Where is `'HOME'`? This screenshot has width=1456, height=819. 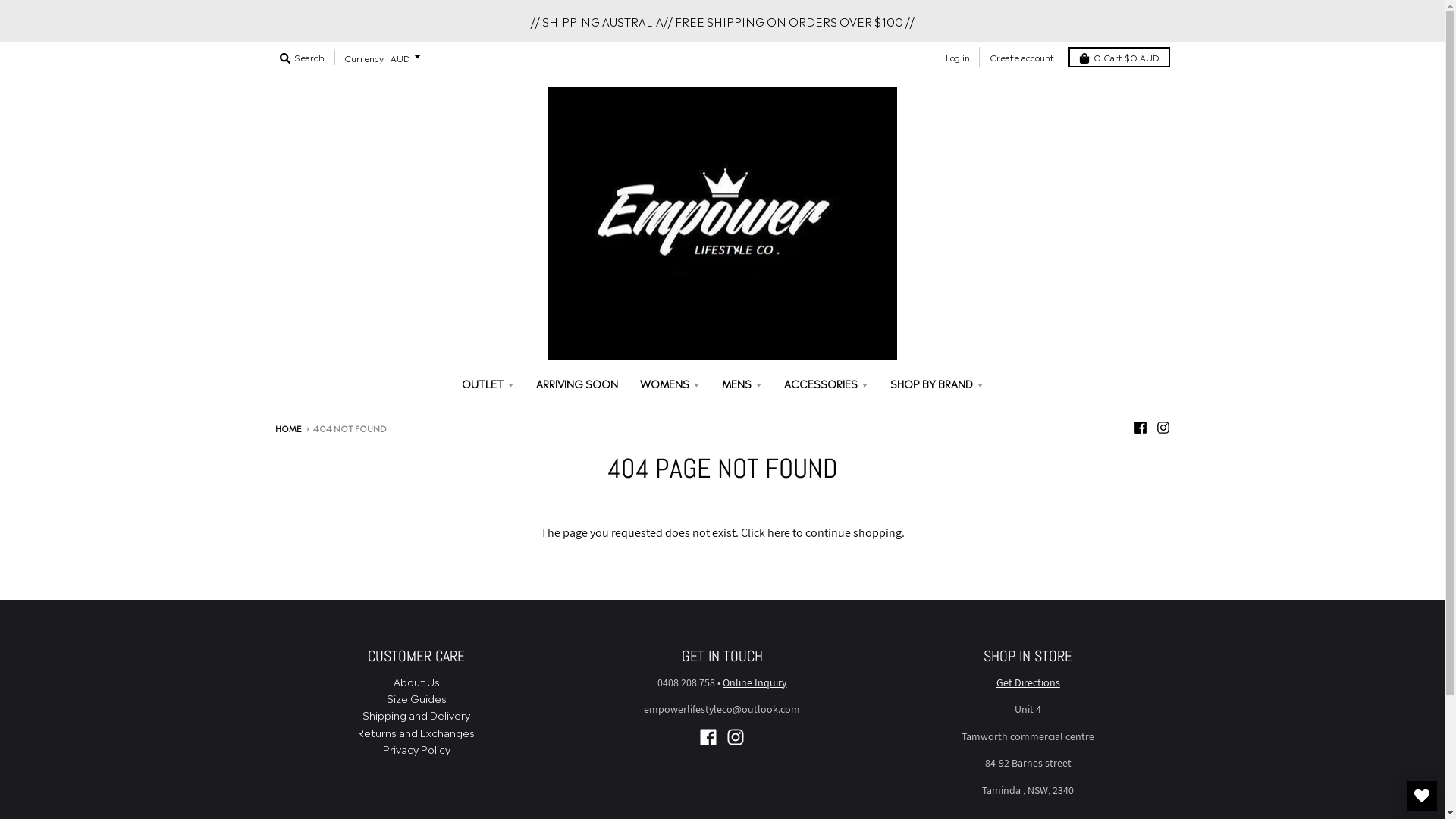
'HOME' is located at coordinates (274, 428).